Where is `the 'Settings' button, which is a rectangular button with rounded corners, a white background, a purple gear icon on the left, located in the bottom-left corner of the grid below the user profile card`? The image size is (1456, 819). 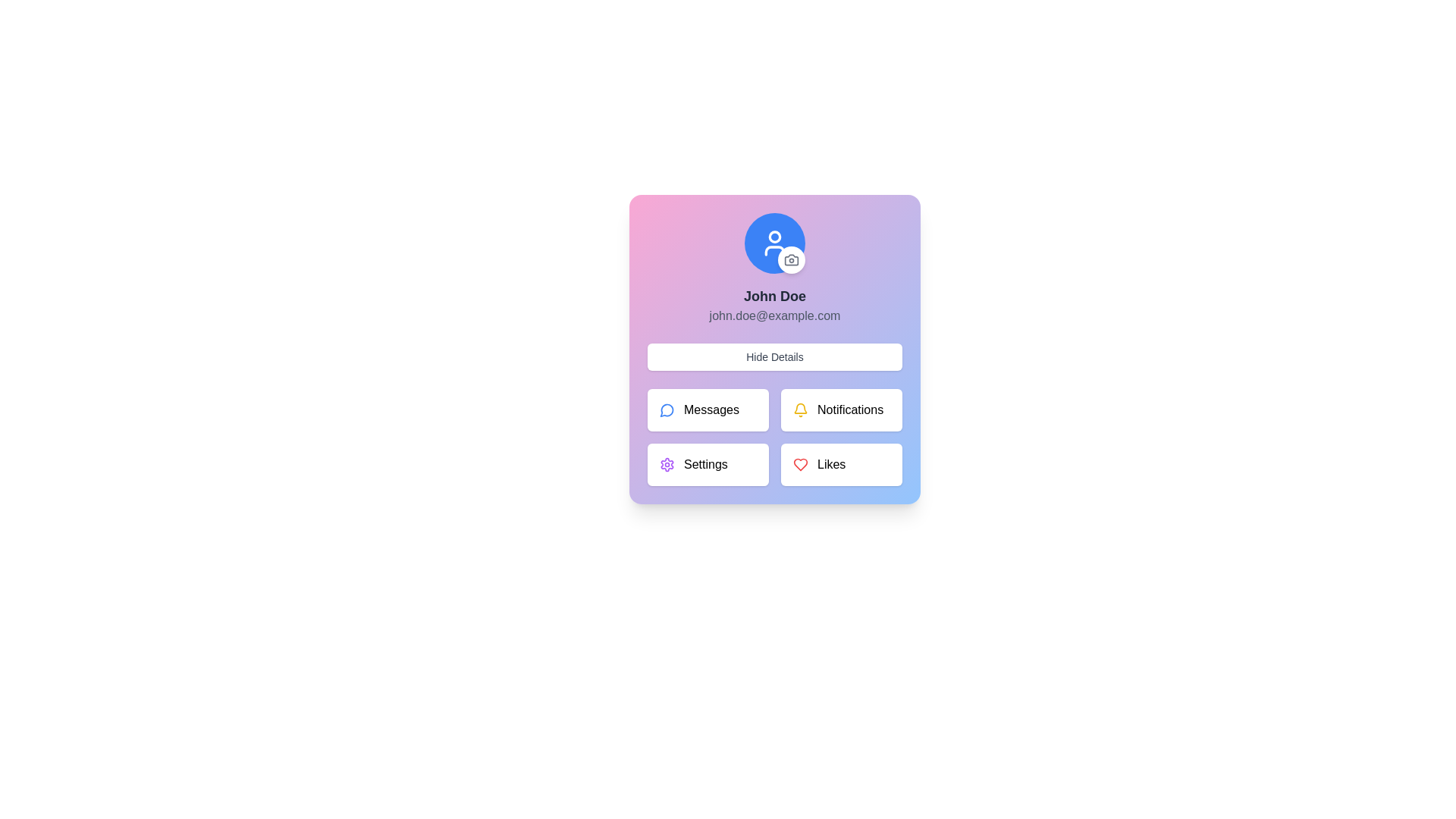 the 'Settings' button, which is a rectangular button with rounded corners, a white background, a purple gear icon on the left, located in the bottom-left corner of the grid below the user profile card is located at coordinates (708, 464).